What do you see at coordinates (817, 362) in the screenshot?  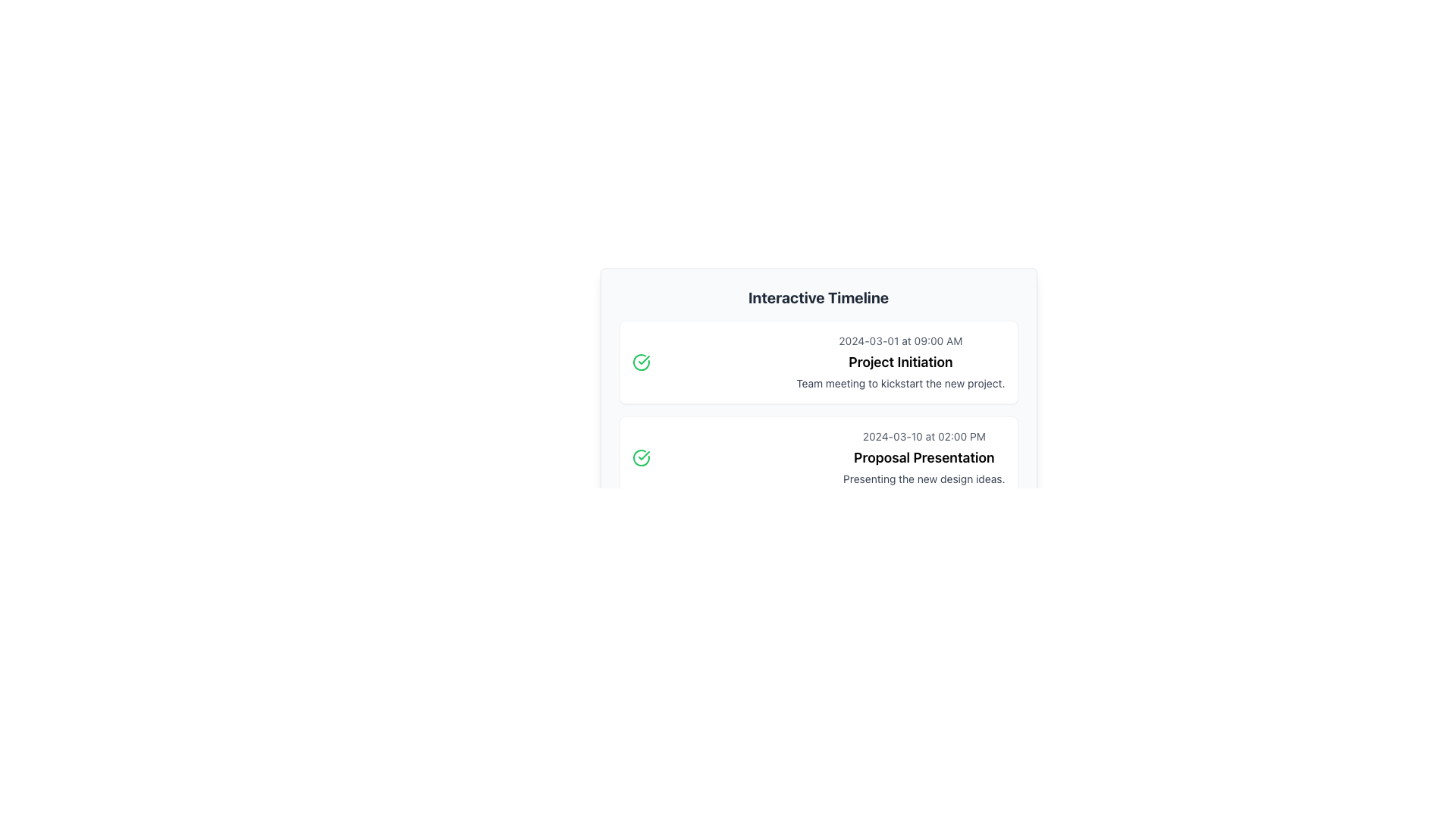 I see `contents of the first timeline entry that displays a meeting, including its date, time, title, and description` at bounding box center [817, 362].